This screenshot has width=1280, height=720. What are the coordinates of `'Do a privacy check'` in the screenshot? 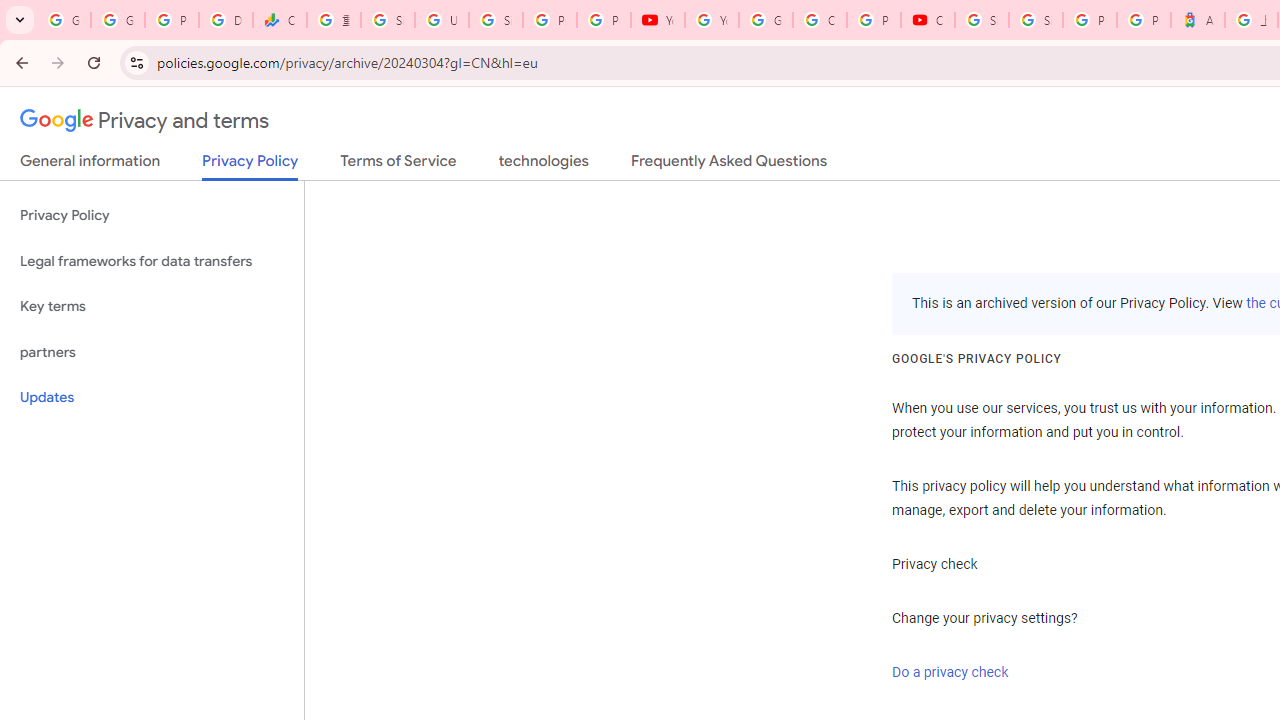 It's located at (949, 672).